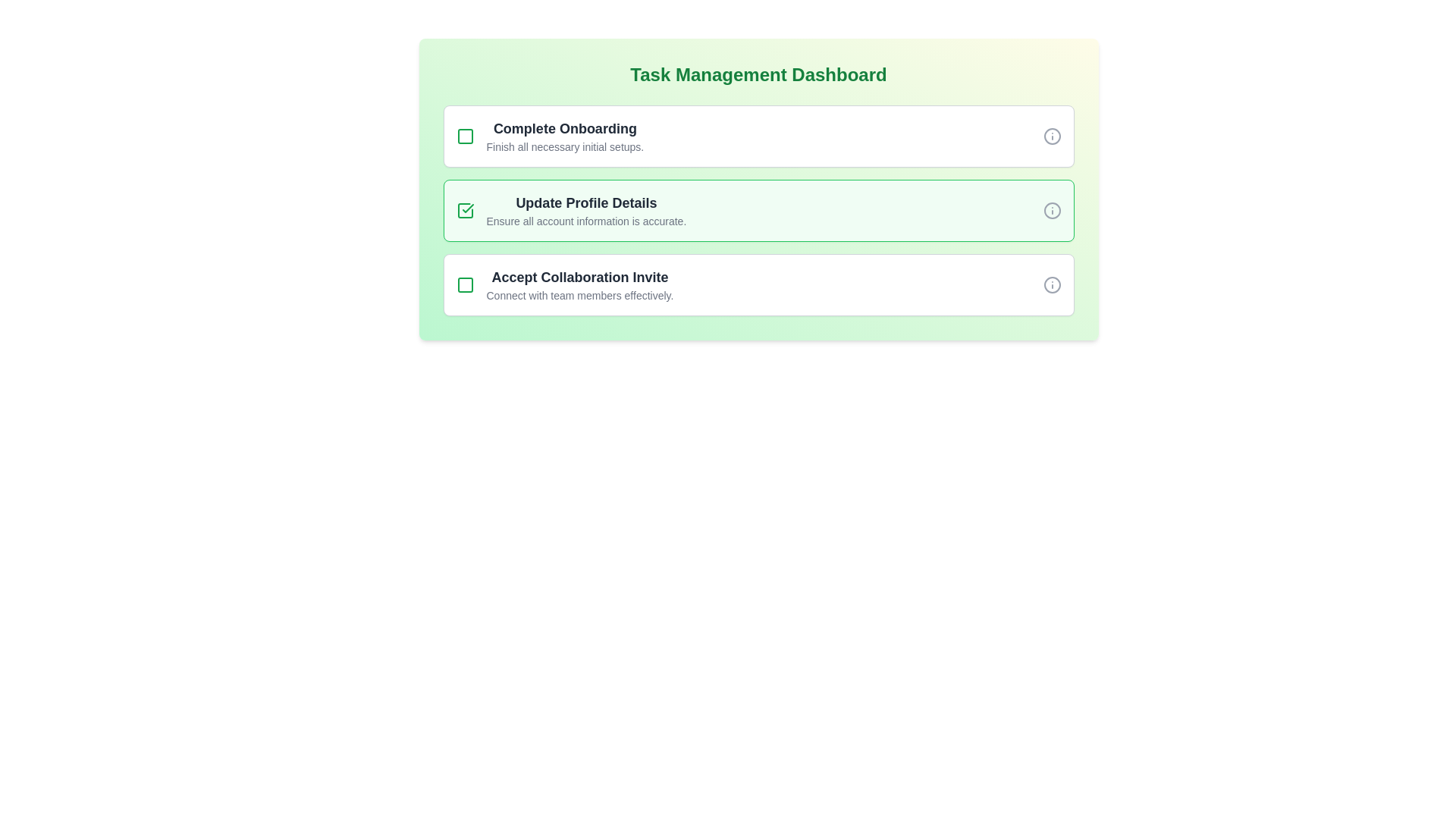 The width and height of the screenshot is (1456, 819). What do you see at coordinates (1051, 284) in the screenshot?
I see `the information indicator icon located at the far right end of the 'Accept Collaboration Invite' card, vertically centered with the title text` at bounding box center [1051, 284].